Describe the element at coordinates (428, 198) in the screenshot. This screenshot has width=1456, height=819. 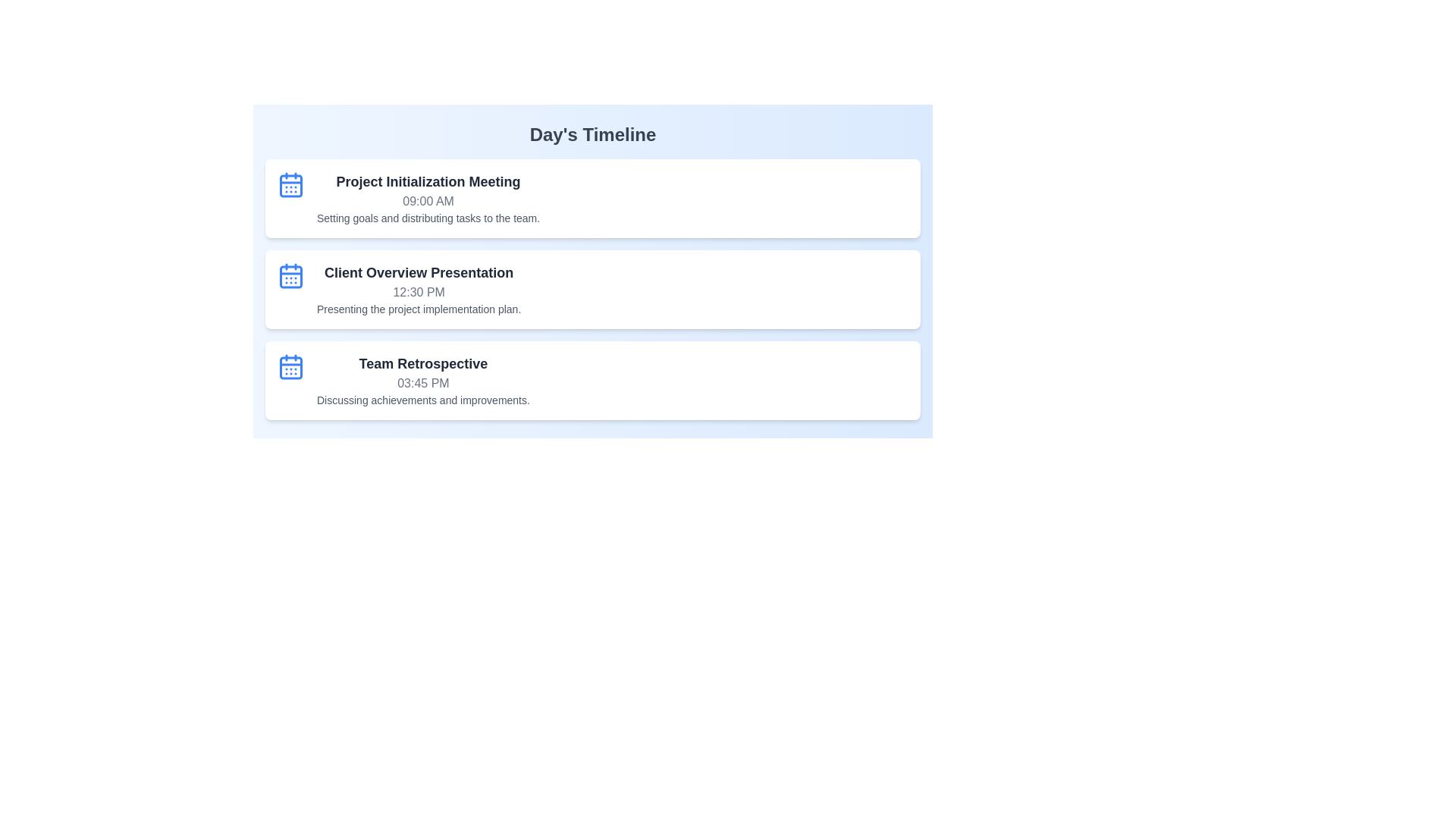
I see `text from the event entry in the schedule or timeline, located at the top of the event list beneath 'Day's Timeline'. This is the first card in the list` at that location.